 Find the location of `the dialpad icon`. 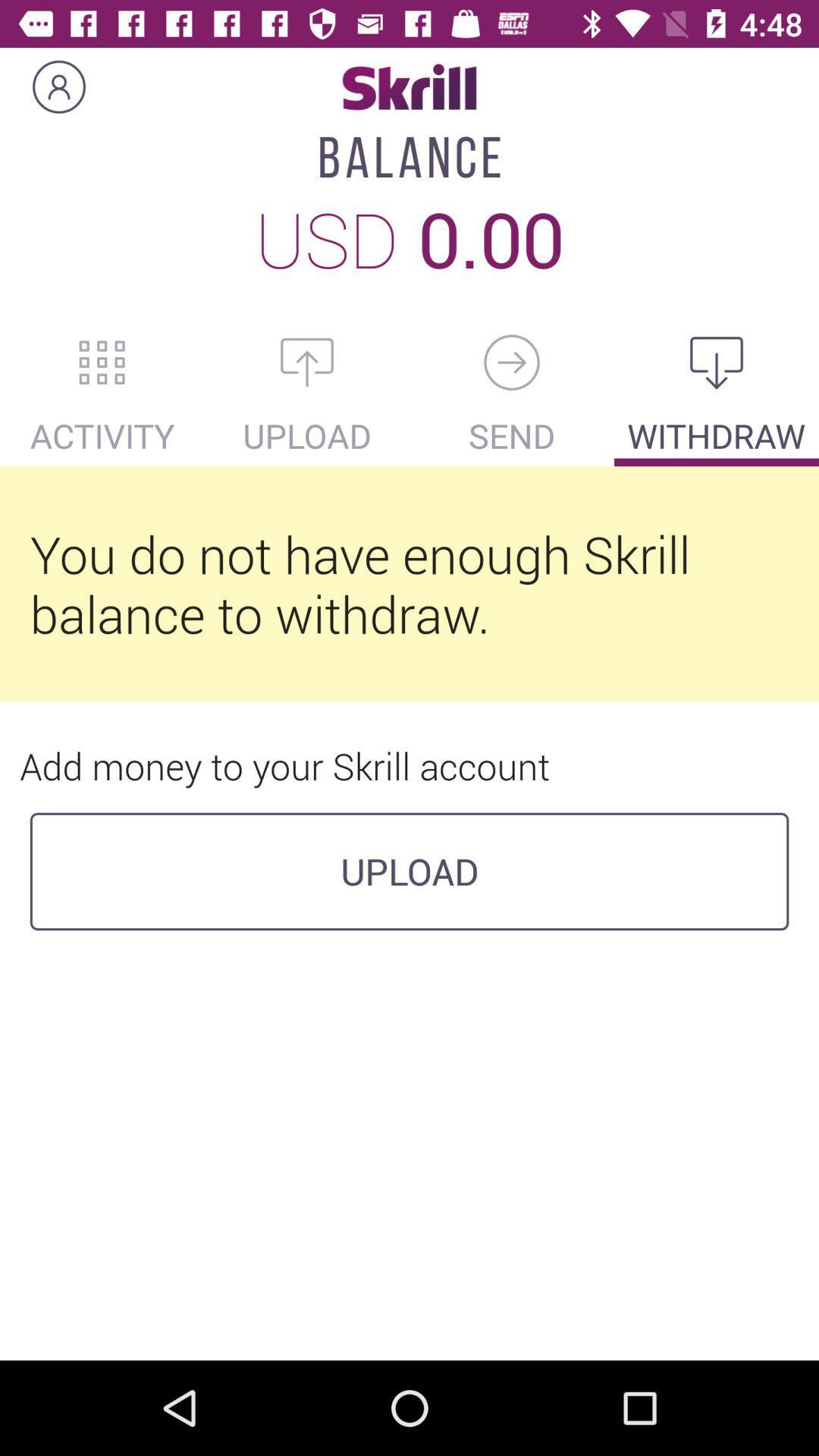

the dialpad icon is located at coordinates (102, 362).